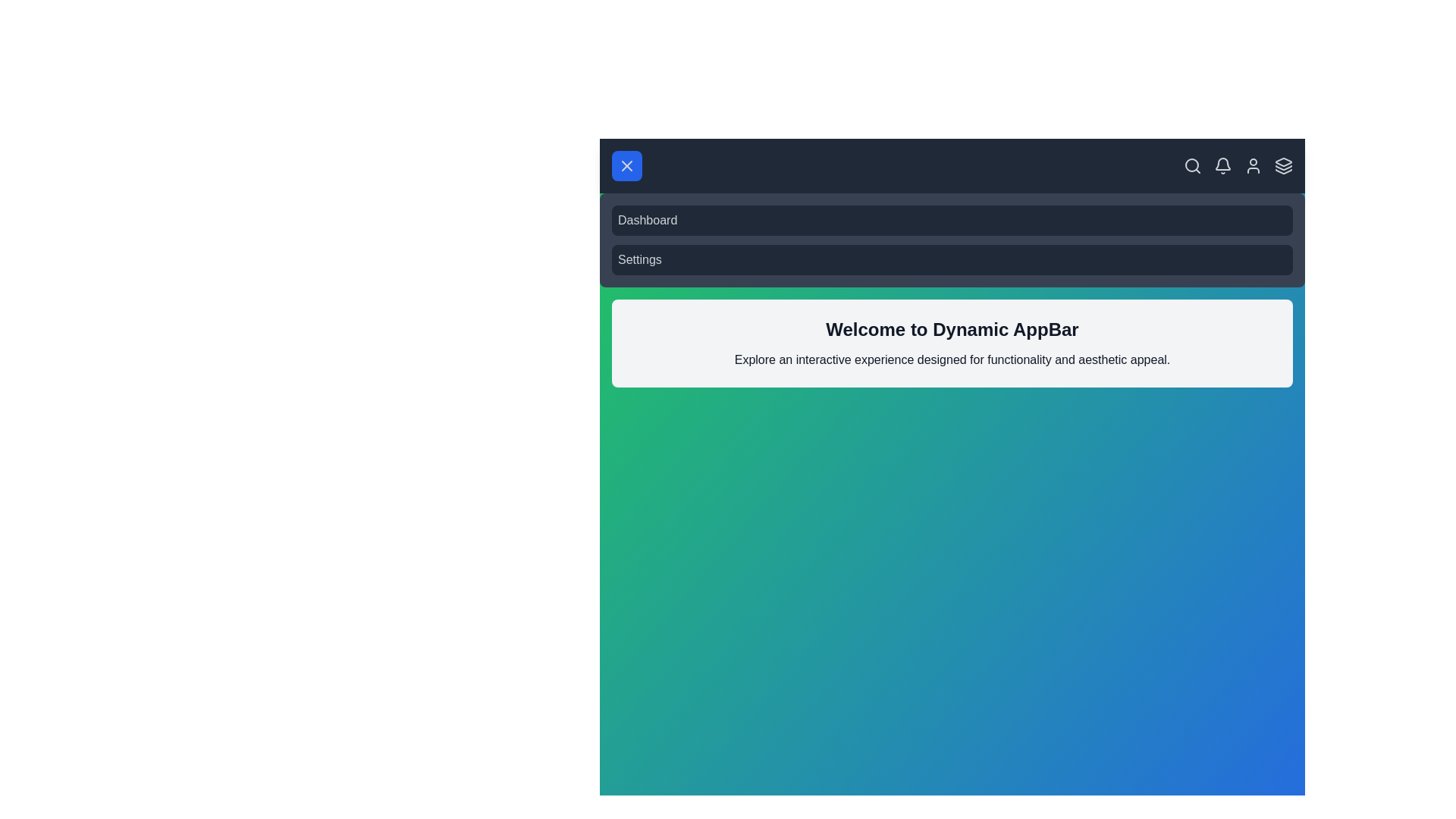  I want to click on the search icon in the app bar, so click(1192, 166).